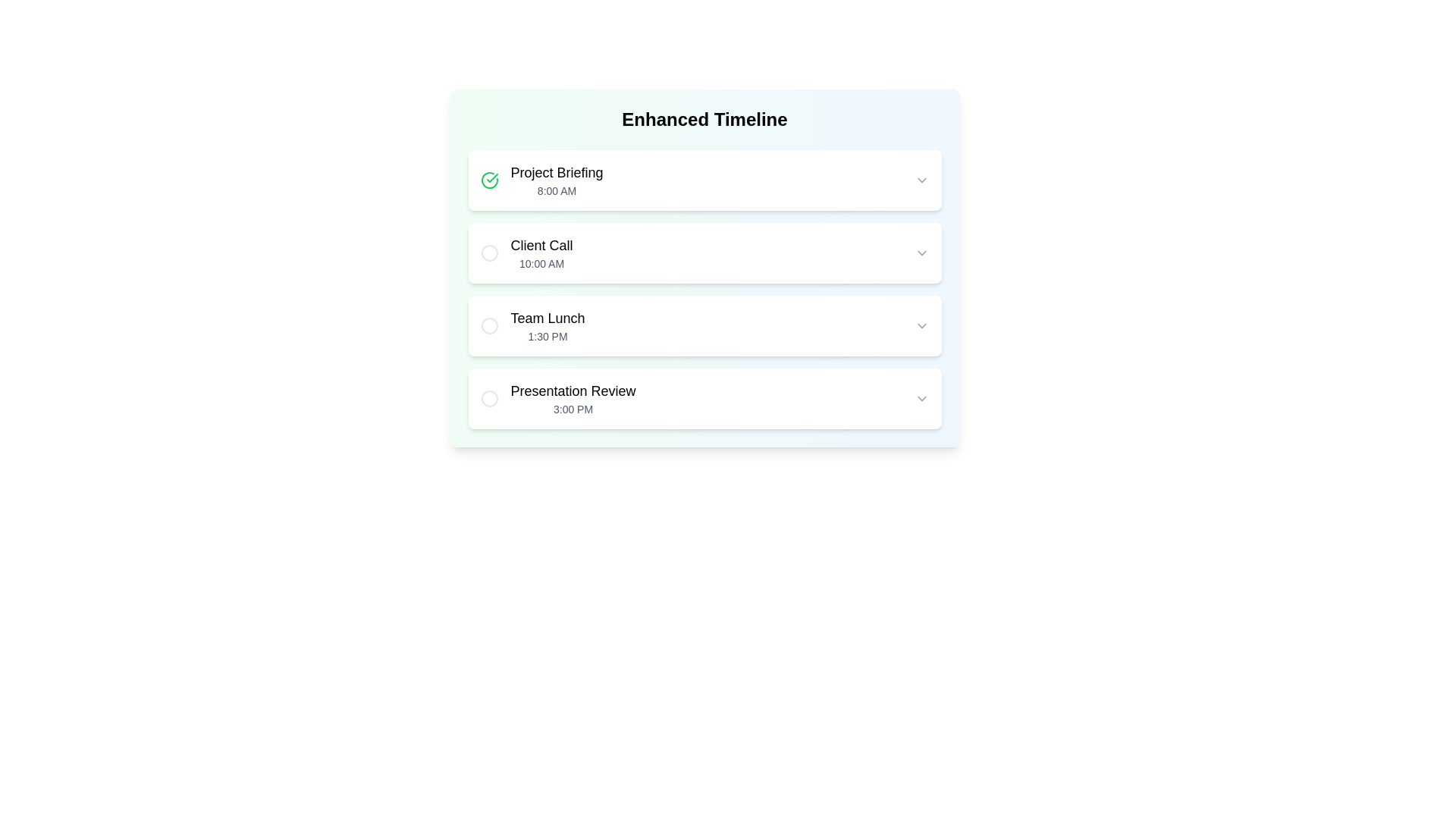 The height and width of the screenshot is (819, 1456). What do you see at coordinates (556, 190) in the screenshot?
I see `the text label indicating the scheduled time for the 'Project Briefing' event, which is aligned to the left under the 'Project Briefing' text` at bounding box center [556, 190].